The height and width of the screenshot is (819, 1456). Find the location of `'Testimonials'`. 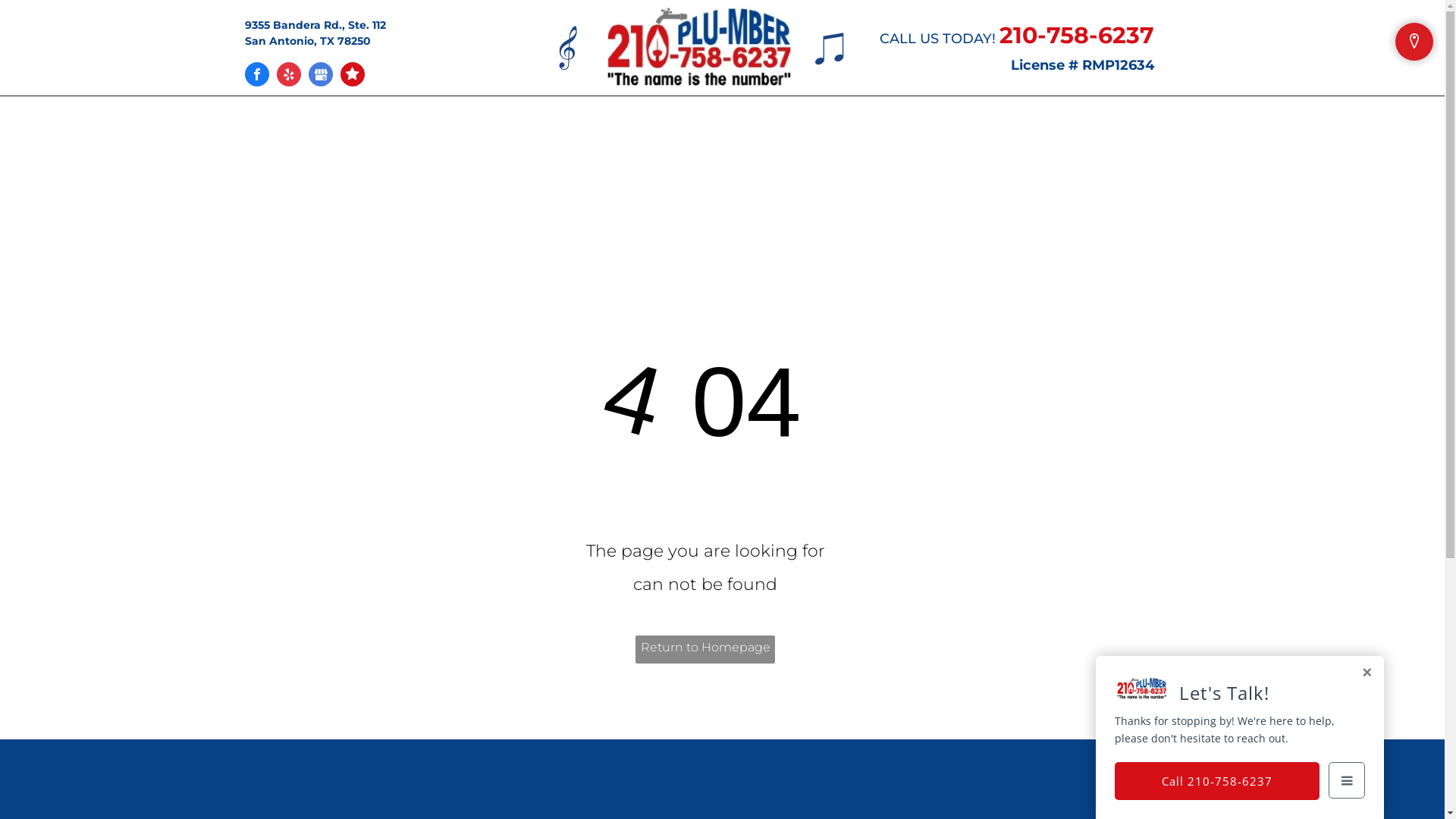

'Testimonials' is located at coordinates (783, 127).